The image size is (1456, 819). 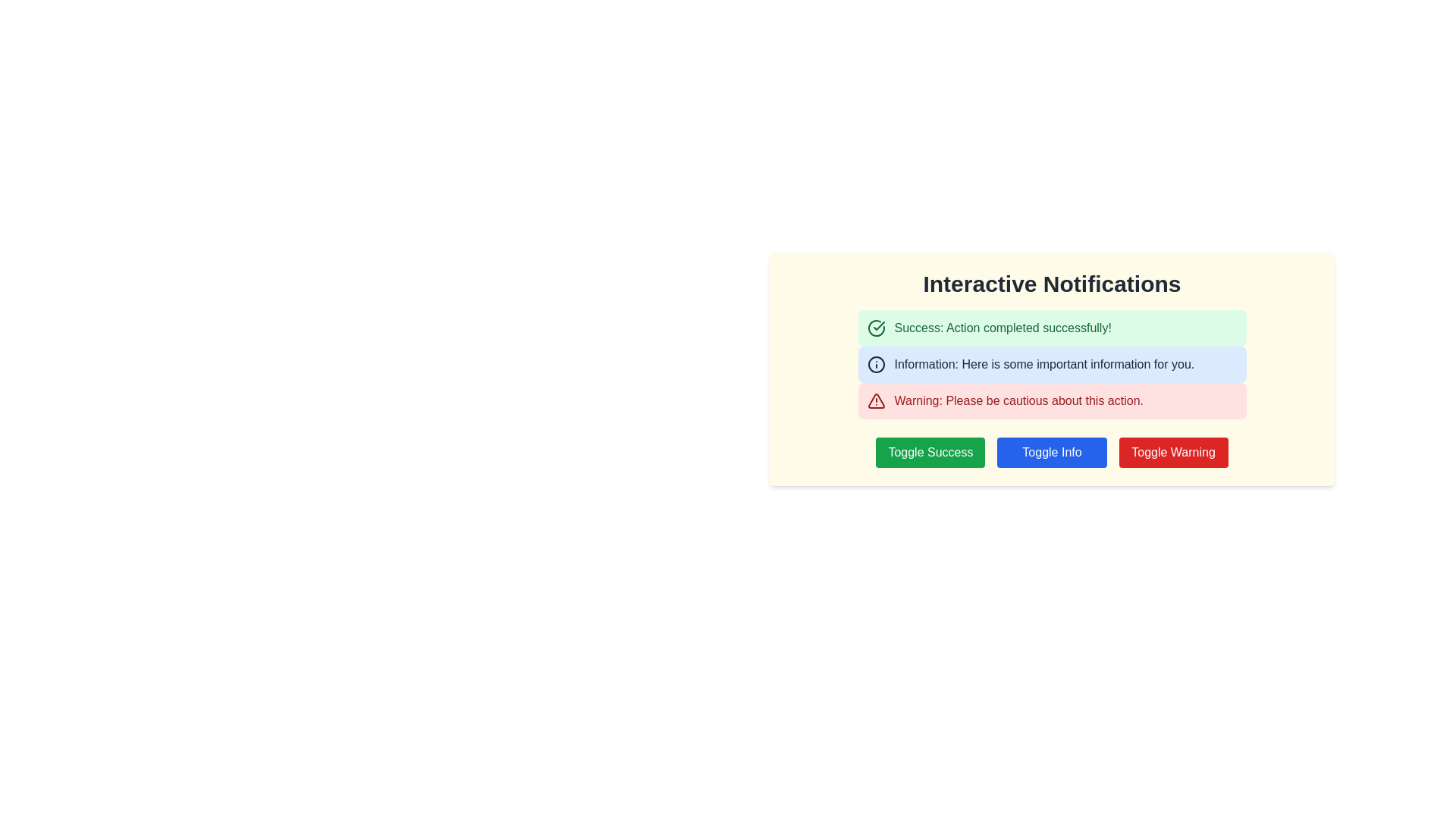 I want to click on the notification box with a light green background containing the text 'Success: Action completed successfully!', so click(x=1051, y=327).